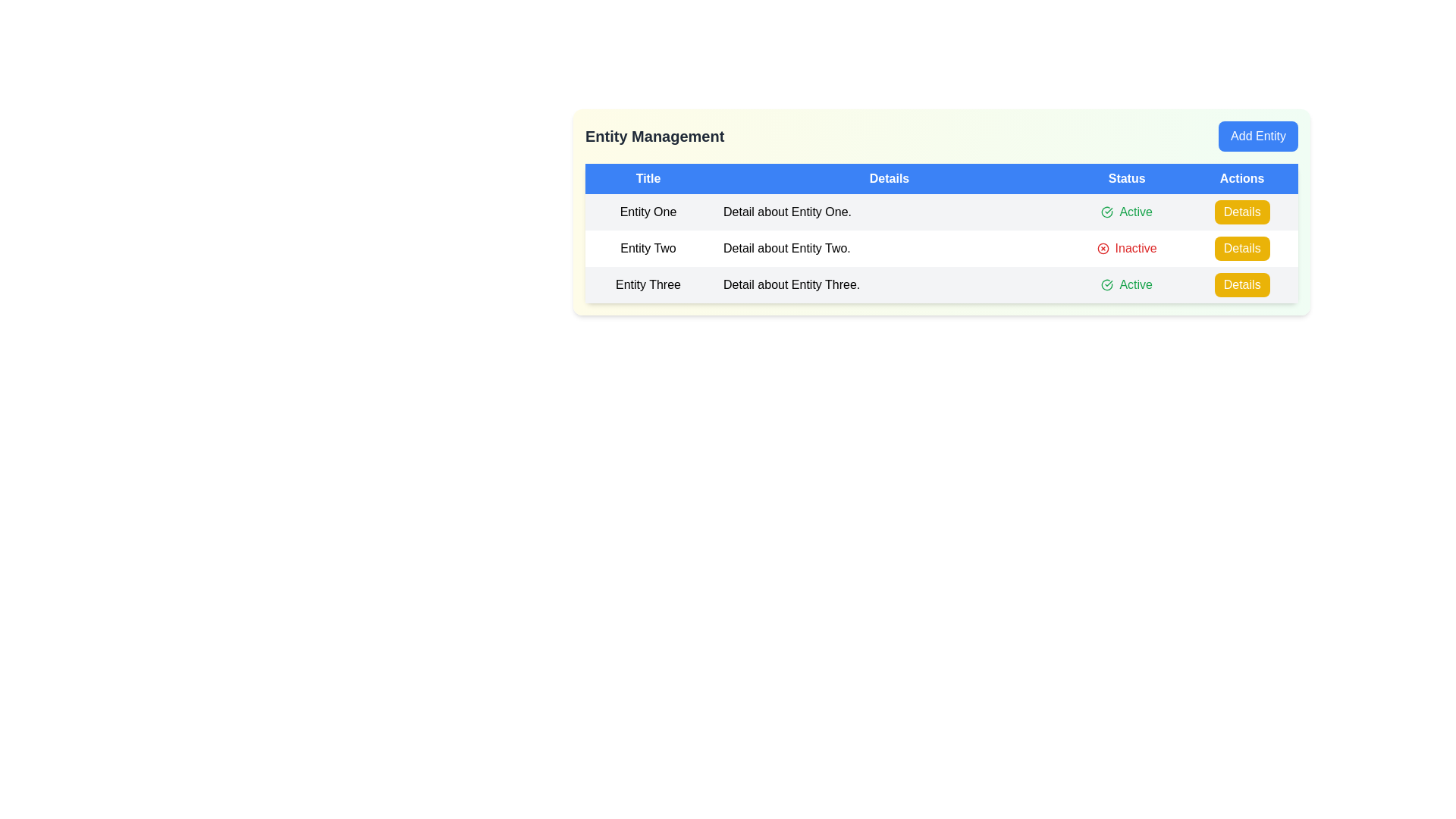 Image resolution: width=1456 pixels, height=819 pixels. I want to click on the 'Details' button with a yellow background located at the rightmost side of the bottom row in the data grid, so click(1241, 284).